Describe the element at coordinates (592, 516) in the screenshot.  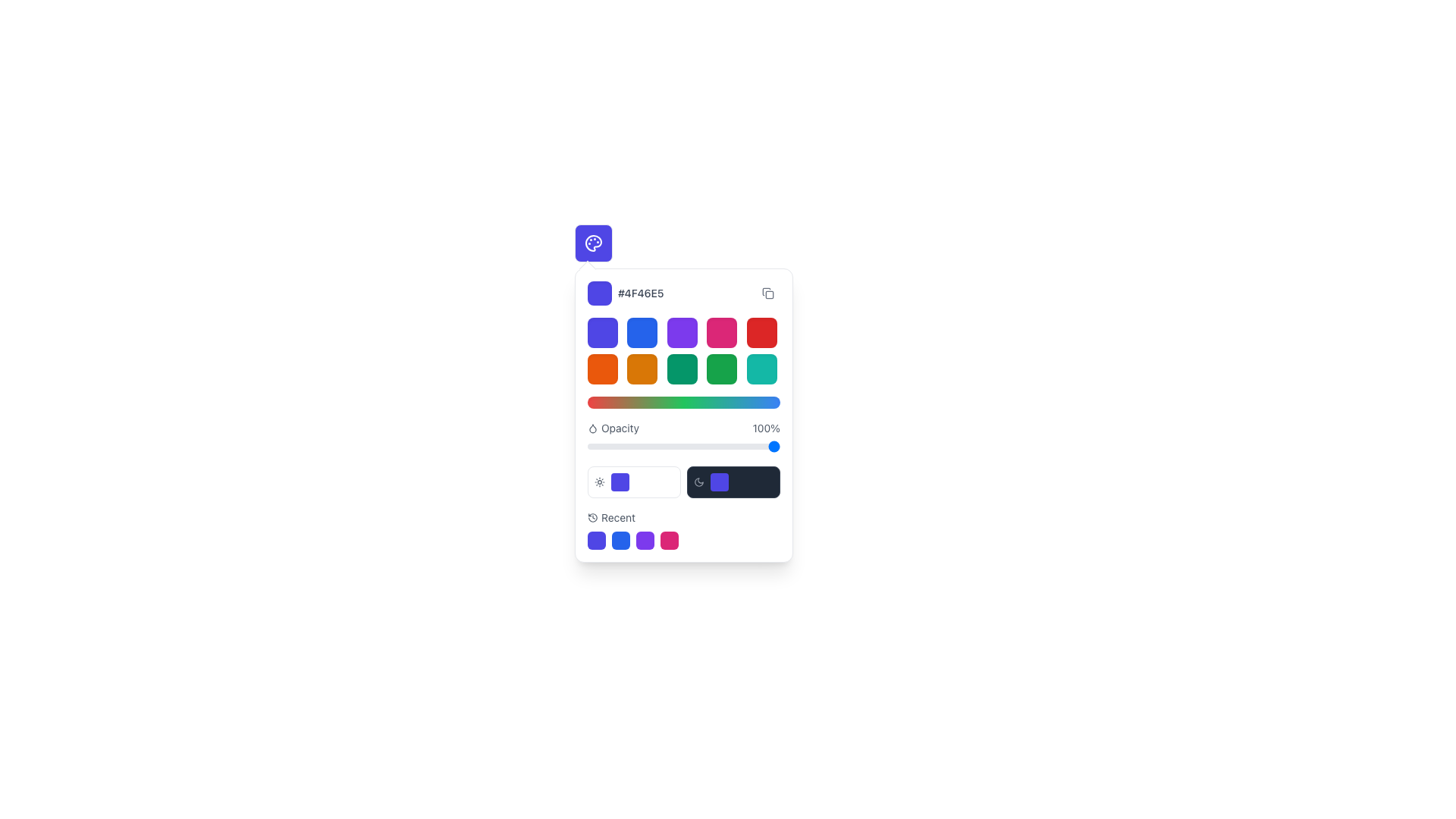
I see `the circular history icon, which is positioned at the beginning of the section containing the 'Recent' text label` at that location.